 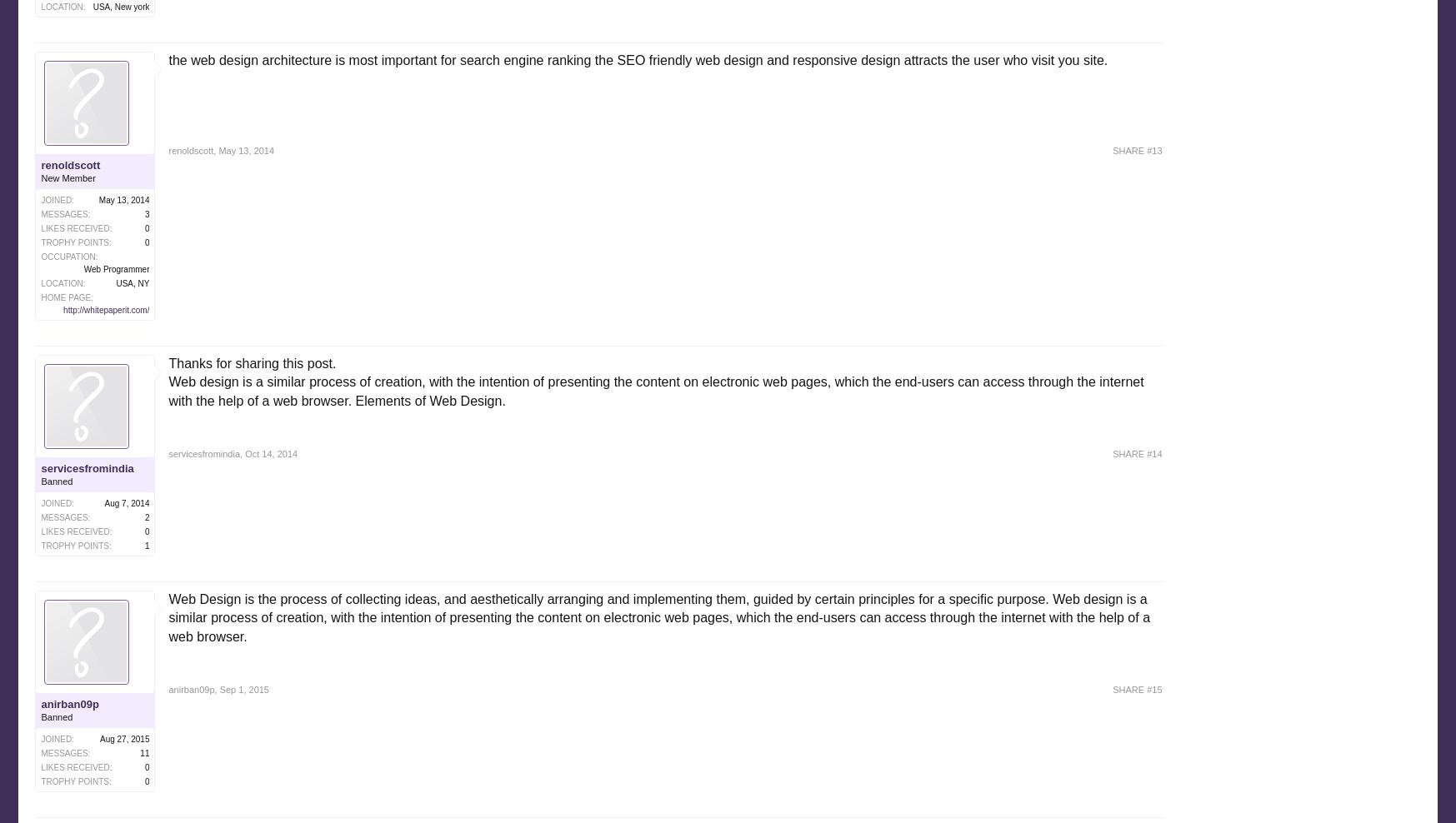 What do you see at coordinates (124, 737) in the screenshot?
I see `'Aug 27, 2015'` at bounding box center [124, 737].